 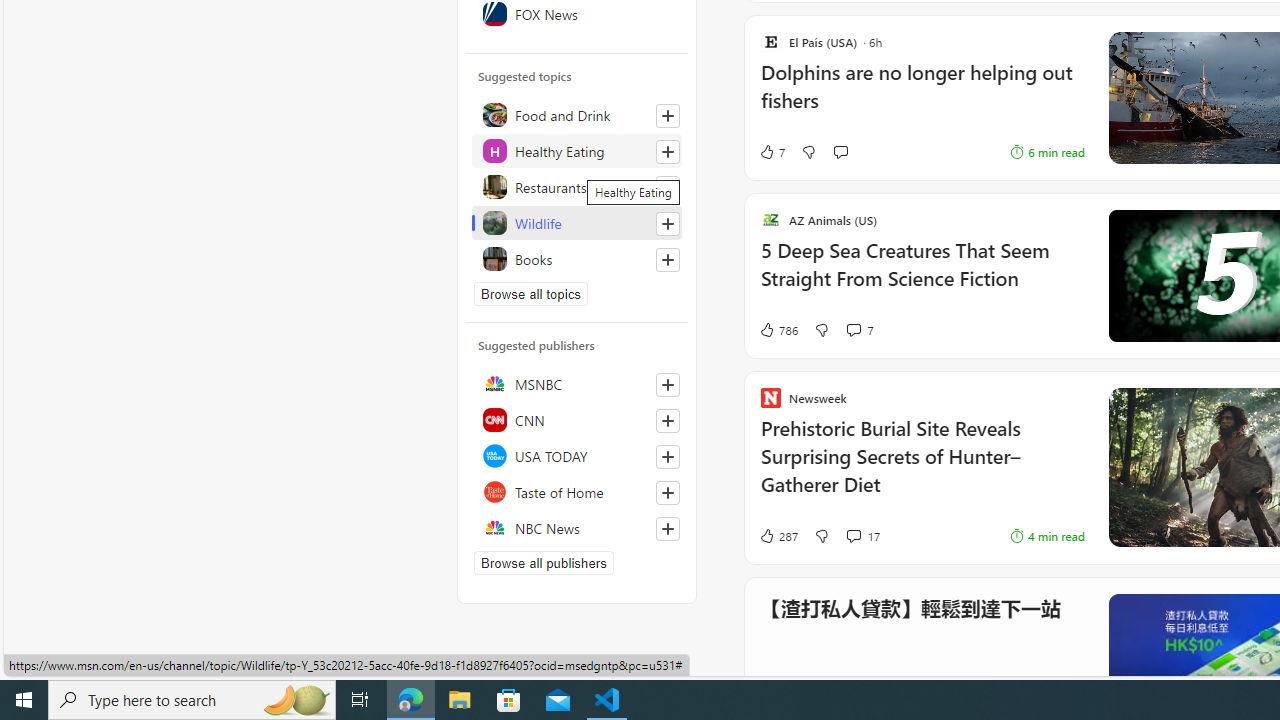 I want to click on 'Browse all topics', so click(x=531, y=294).